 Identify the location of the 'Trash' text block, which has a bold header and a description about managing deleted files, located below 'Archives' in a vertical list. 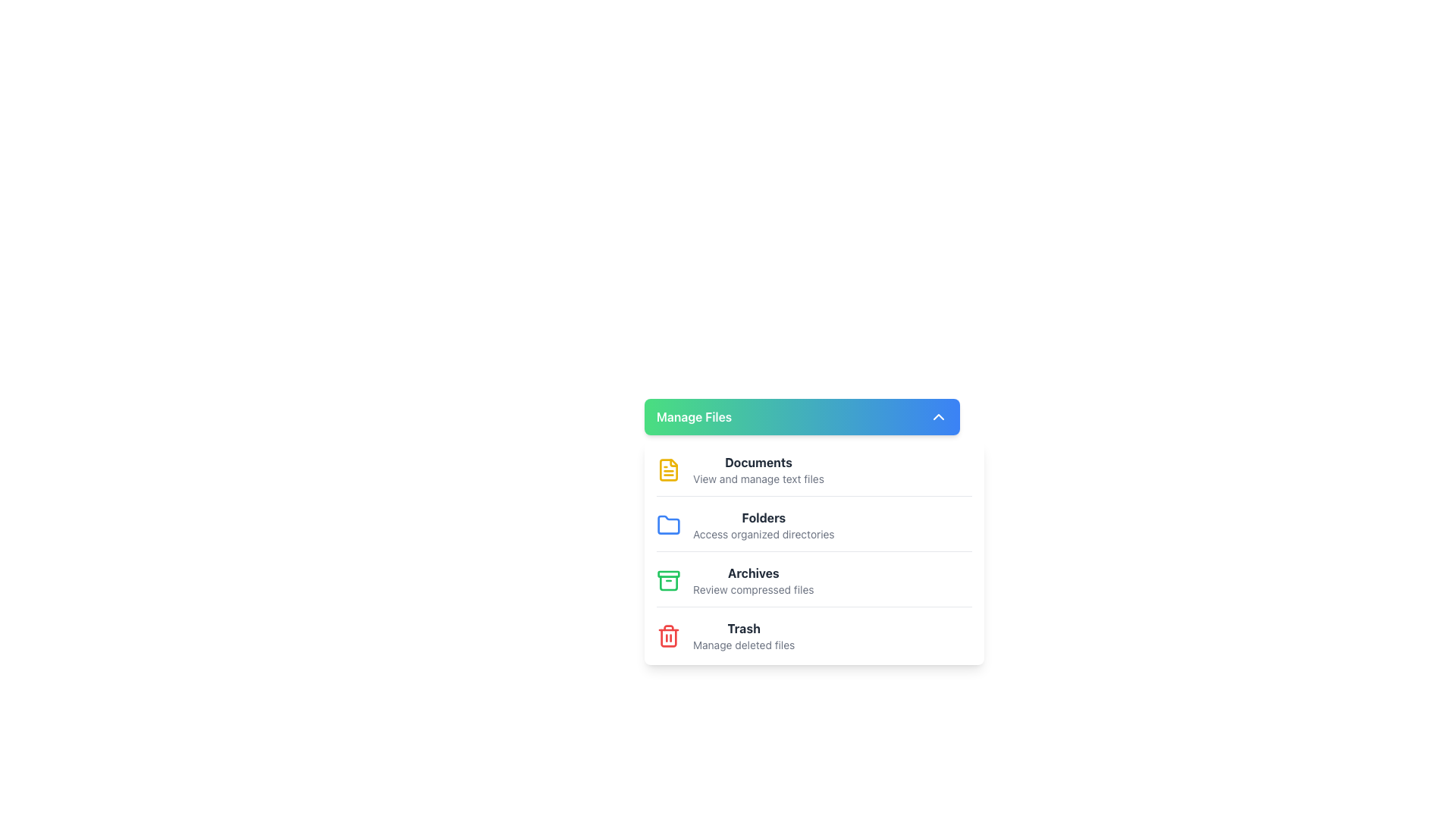
(744, 636).